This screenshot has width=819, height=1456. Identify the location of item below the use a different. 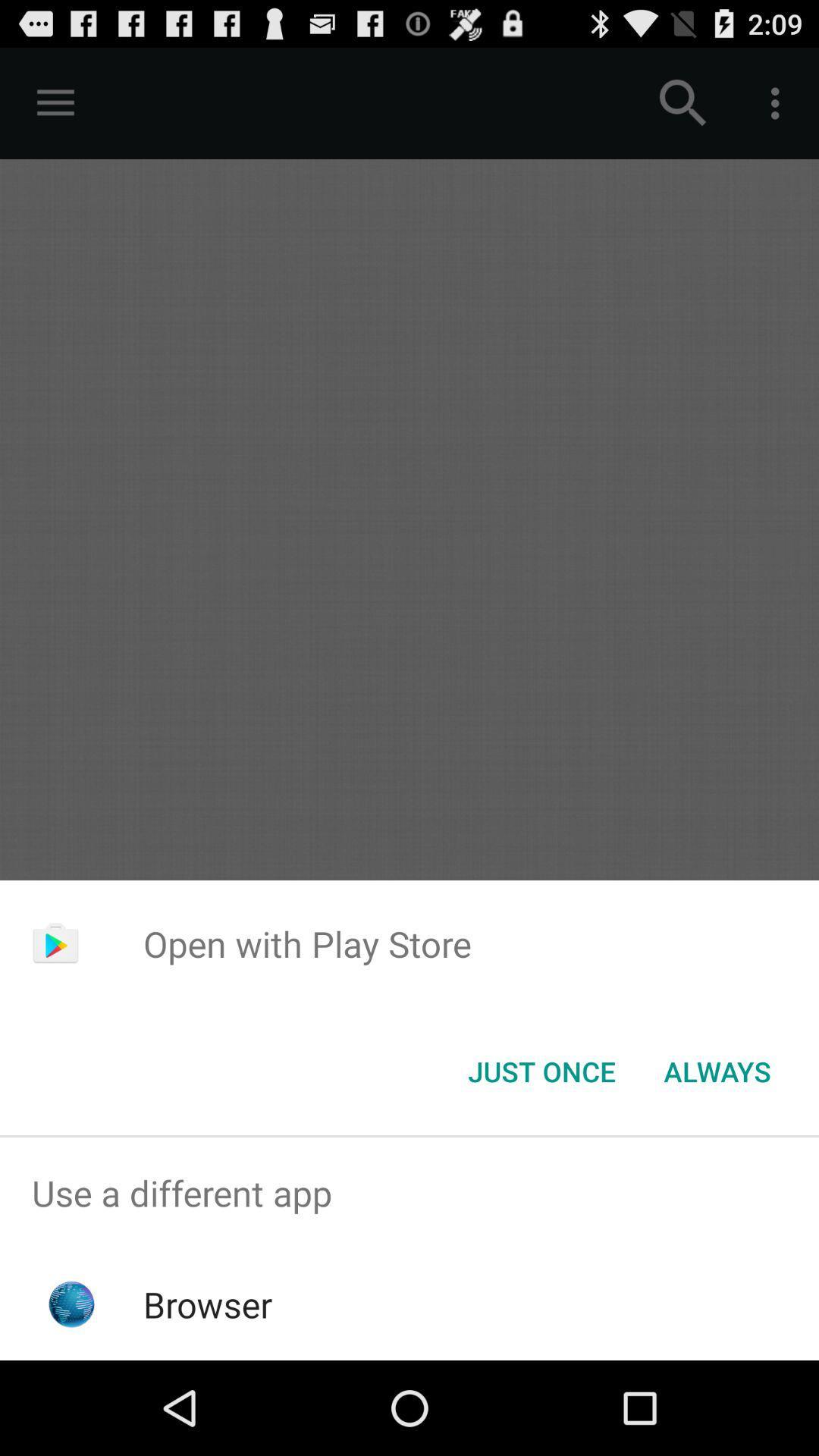
(208, 1304).